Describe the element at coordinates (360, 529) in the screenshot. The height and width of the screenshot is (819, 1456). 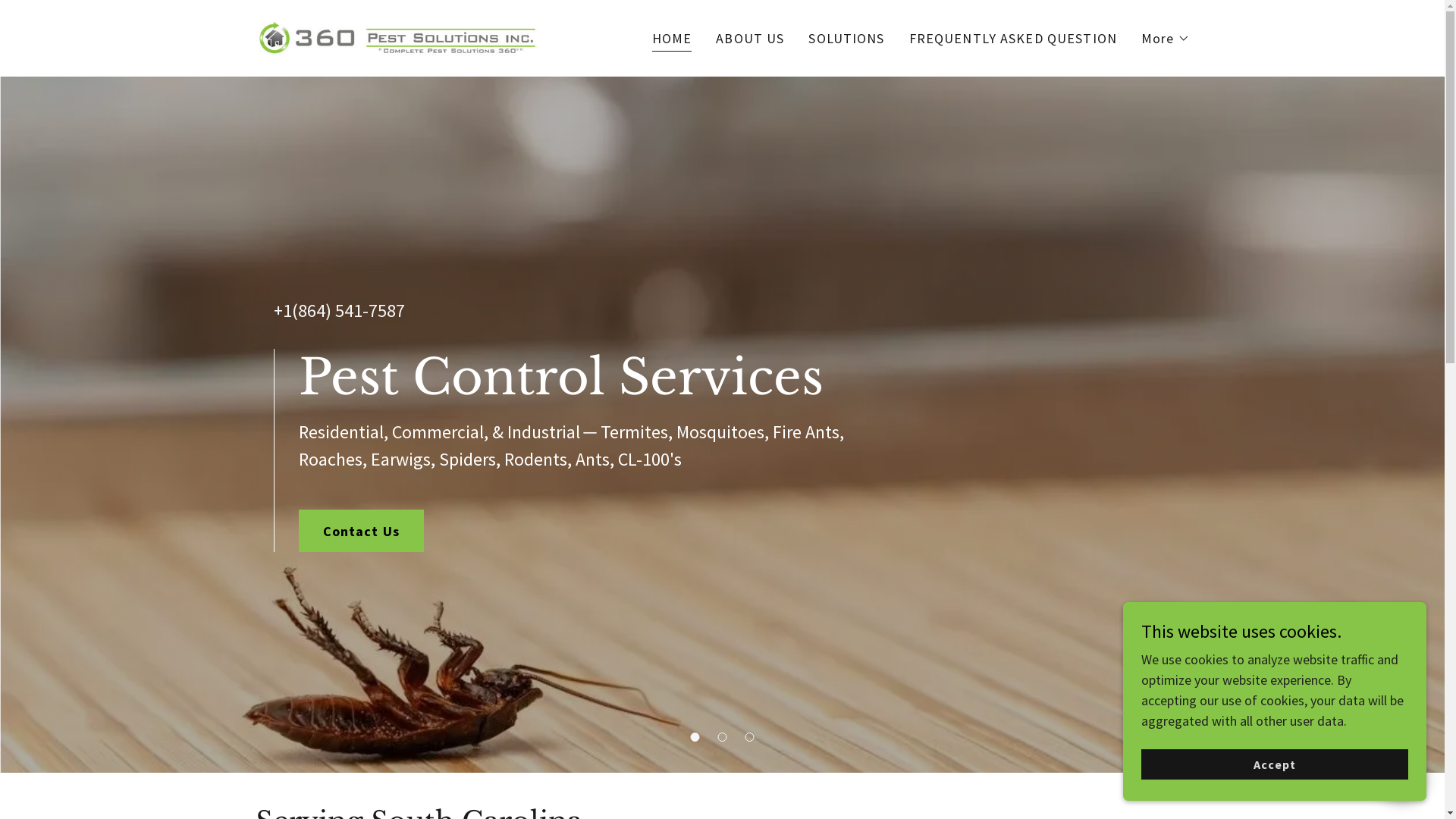
I see `'Contact Us'` at that location.